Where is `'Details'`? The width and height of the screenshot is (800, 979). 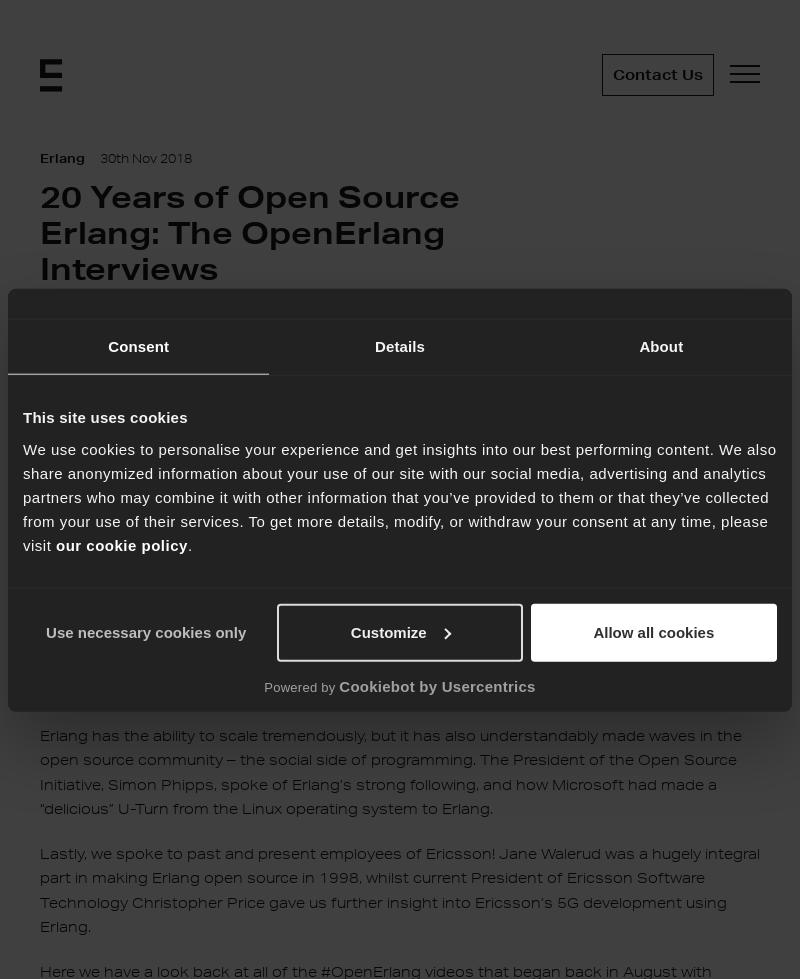 'Details' is located at coordinates (374, 345).